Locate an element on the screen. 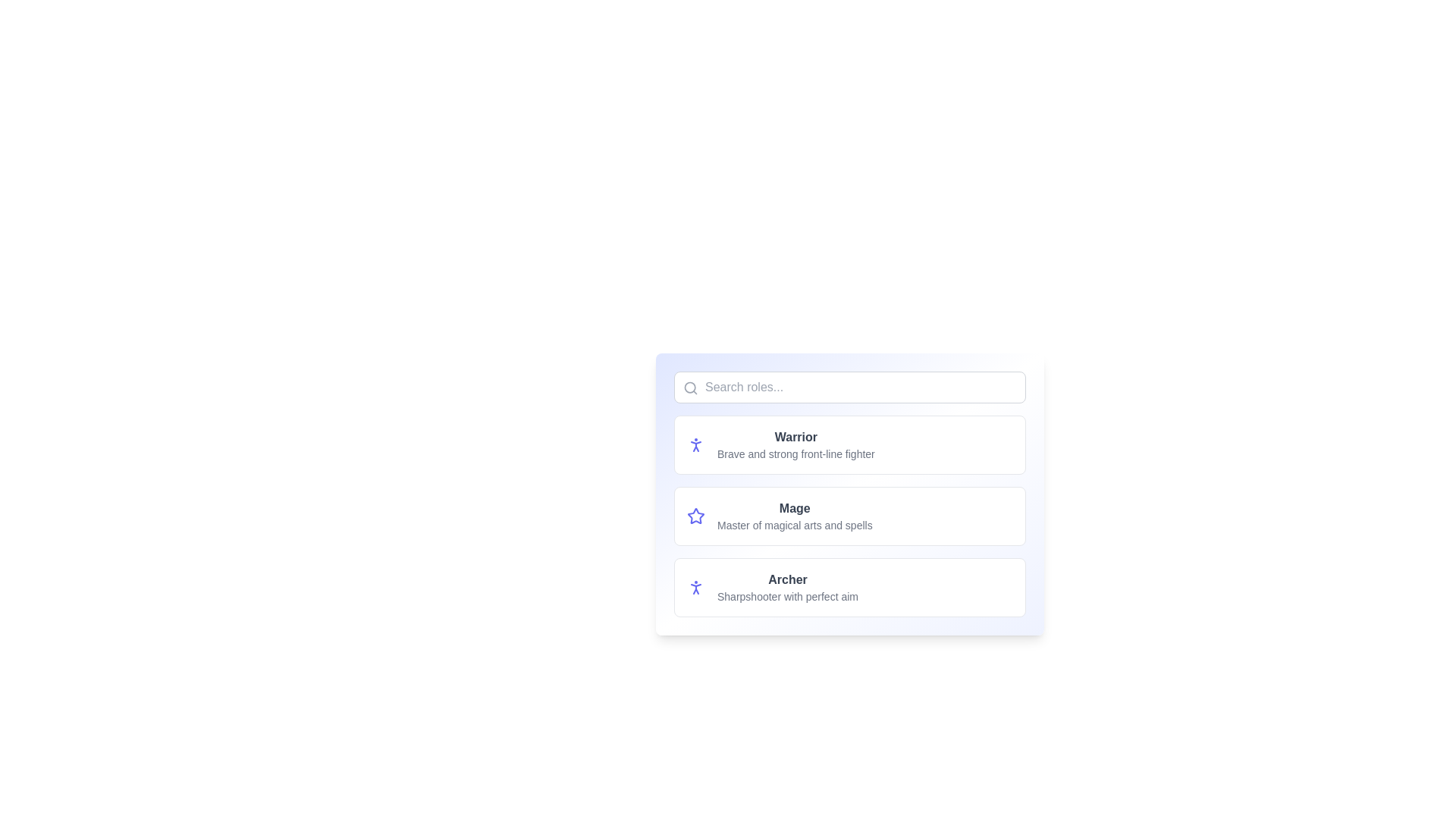 Image resolution: width=1456 pixels, height=819 pixels. the static text element that reads 'Warrior' in a bold font, located second from the top in a vertical list of selectable options is located at coordinates (795, 444).